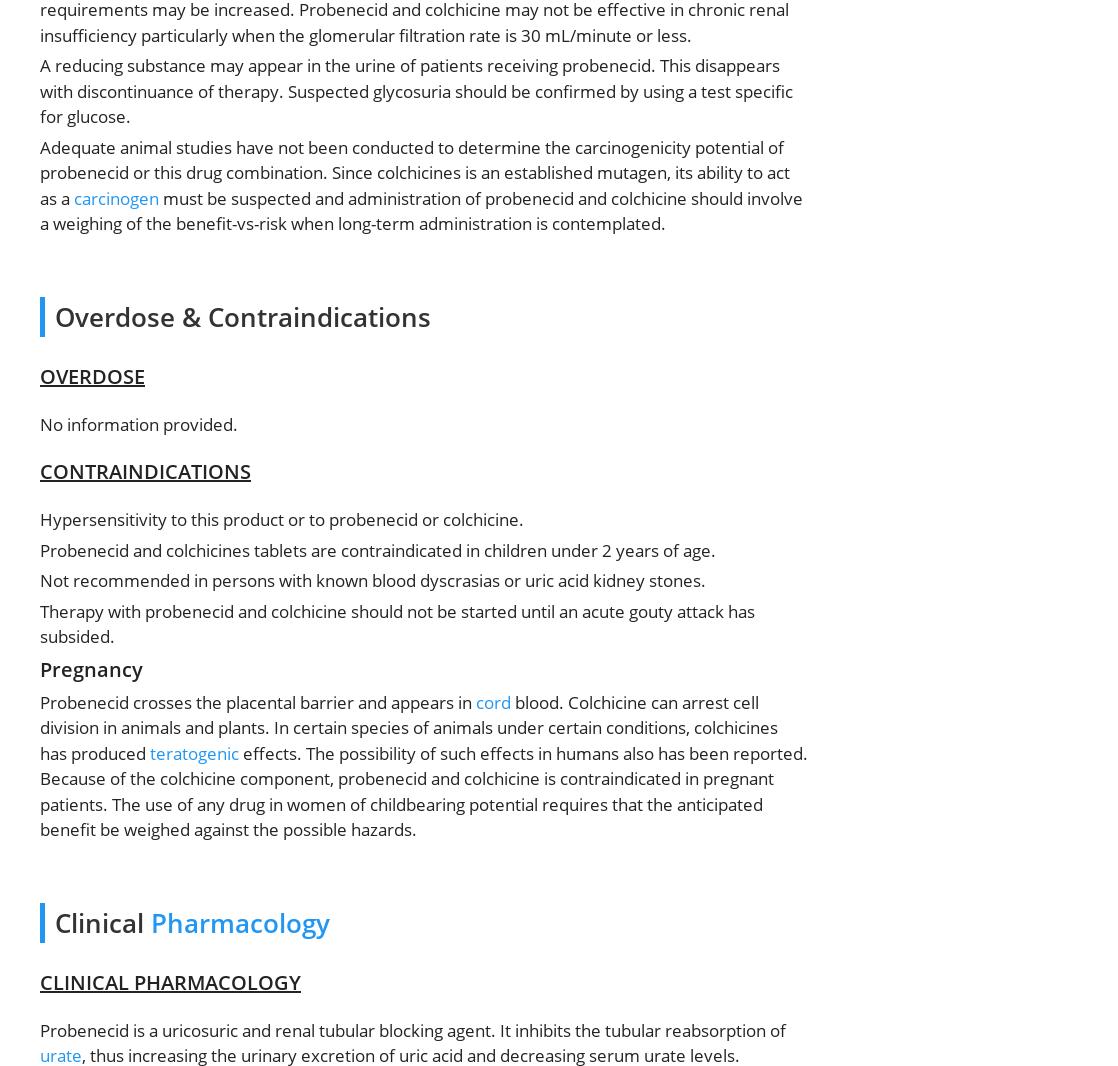 This screenshot has height=1066, width=1118. Describe the element at coordinates (40, 667) in the screenshot. I see `'Pregnancy'` at that location.